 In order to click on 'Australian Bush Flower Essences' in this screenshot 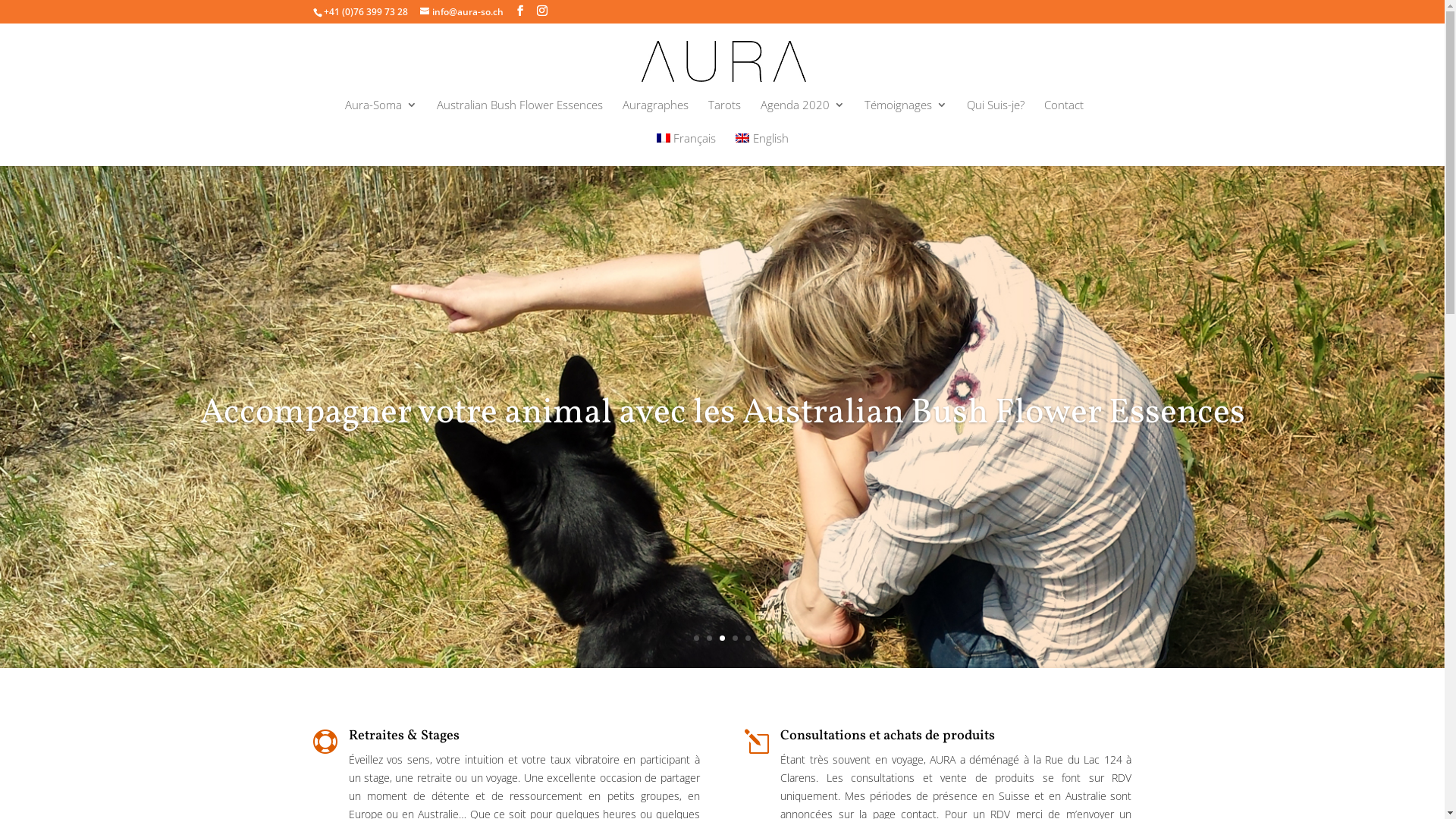, I will do `click(519, 115)`.